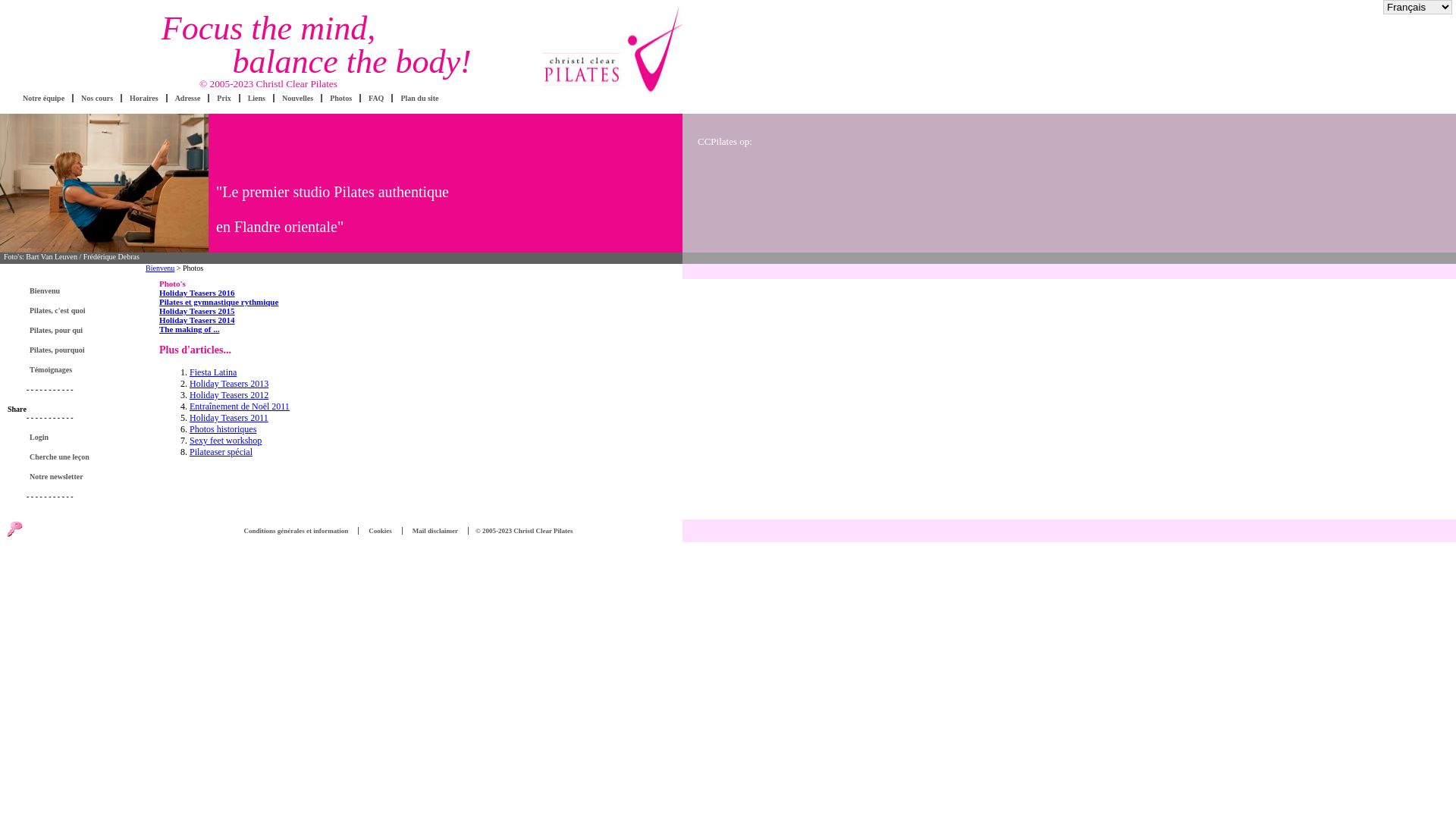 The width and height of the screenshot is (1456, 819). I want to click on 'Pilates et gymnastique rythmique', so click(218, 301).